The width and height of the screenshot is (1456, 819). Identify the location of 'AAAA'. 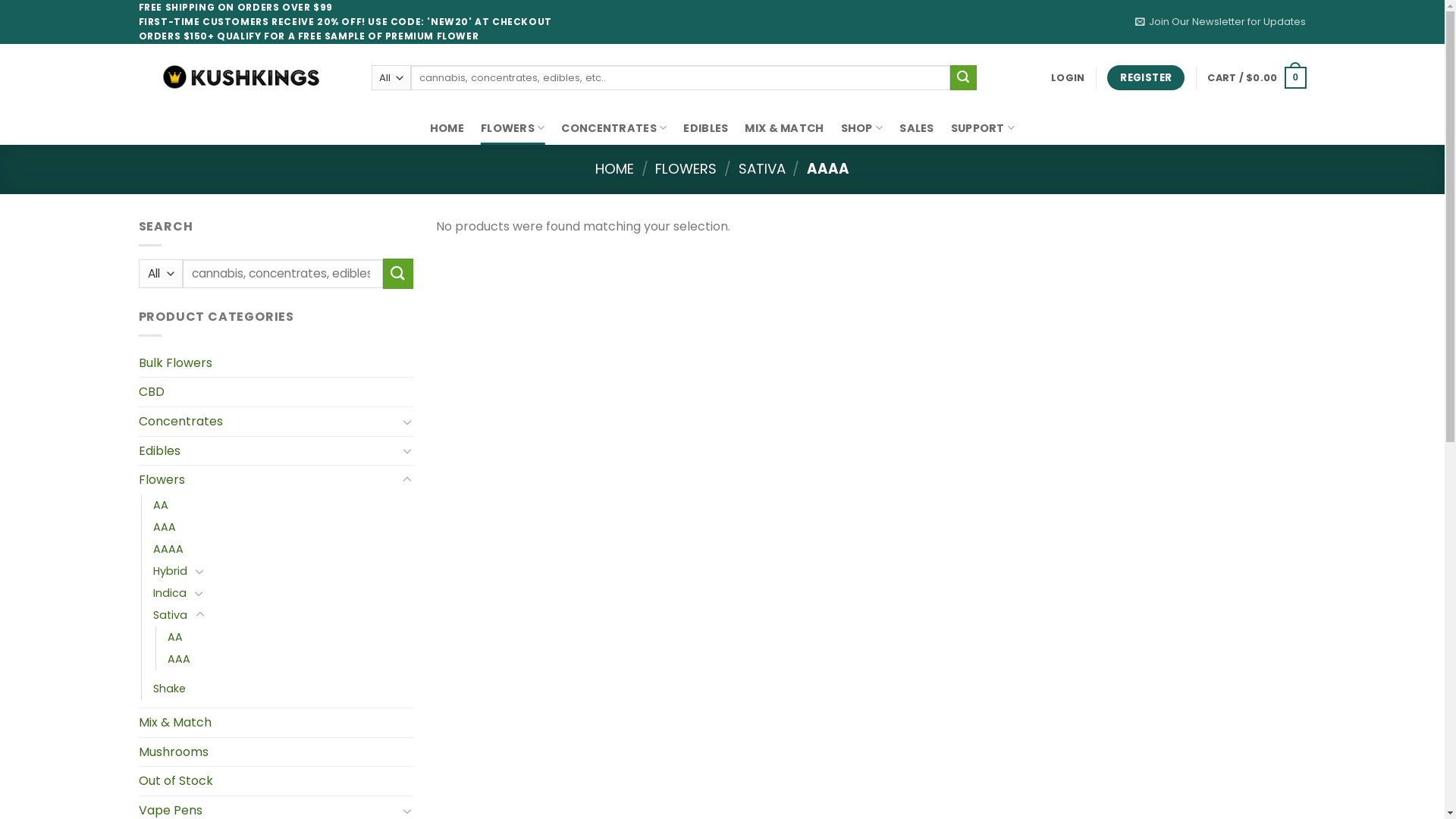
(152, 549).